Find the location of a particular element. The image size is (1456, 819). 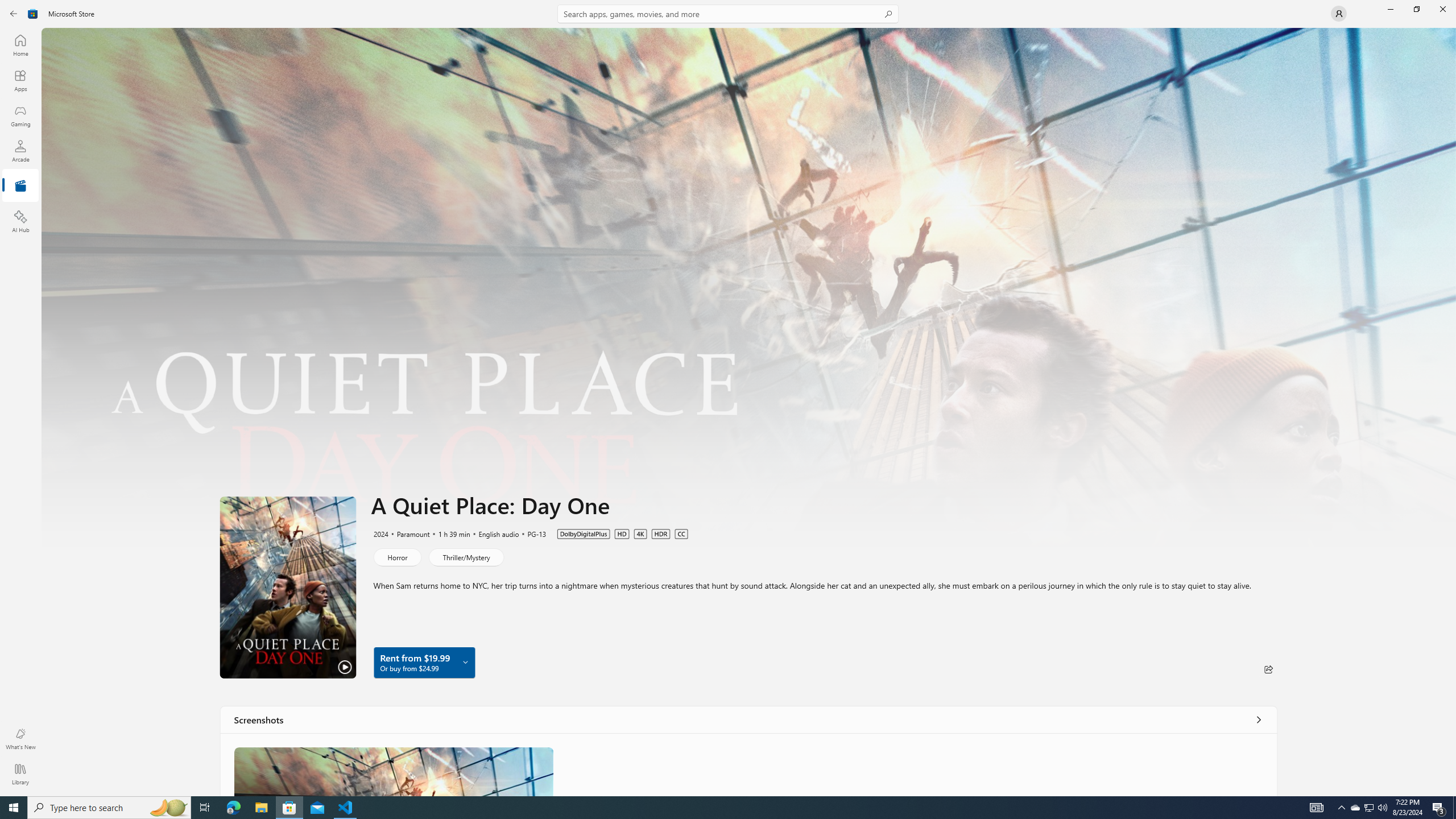

'Share' is located at coordinates (1268, 668).